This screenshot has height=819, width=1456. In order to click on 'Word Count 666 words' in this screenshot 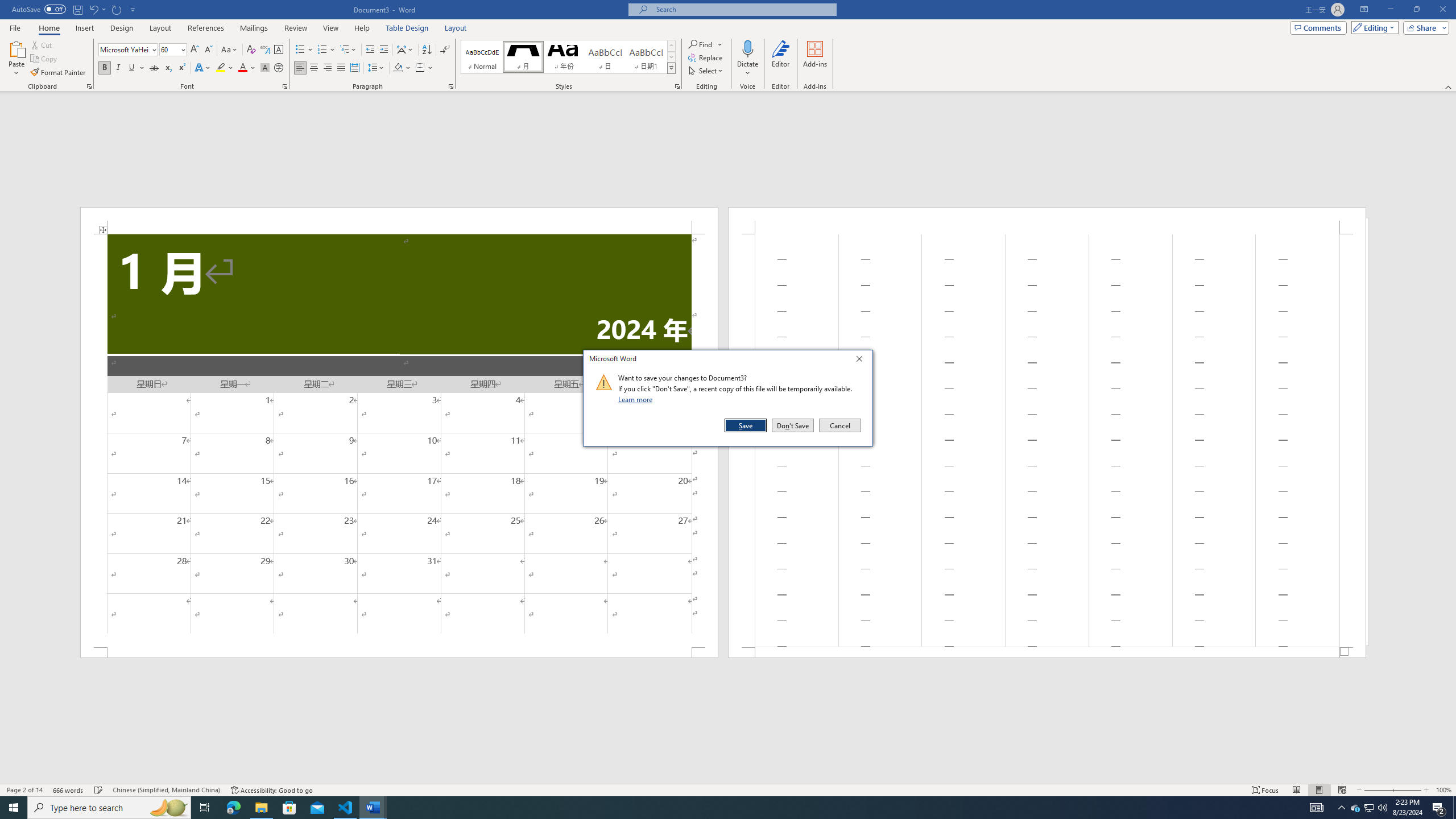, I will do `click(69, 790)`.